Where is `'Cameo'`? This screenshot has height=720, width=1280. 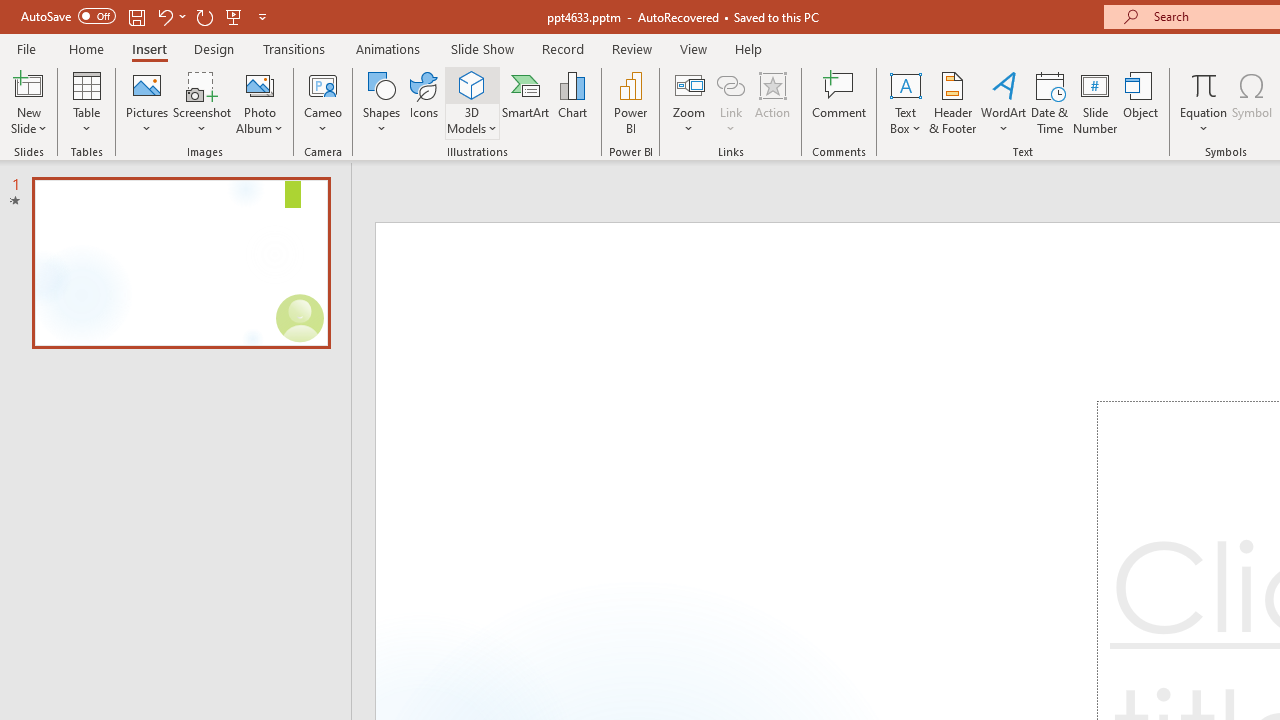
'Cameo' is located at coordinates (323, 103).